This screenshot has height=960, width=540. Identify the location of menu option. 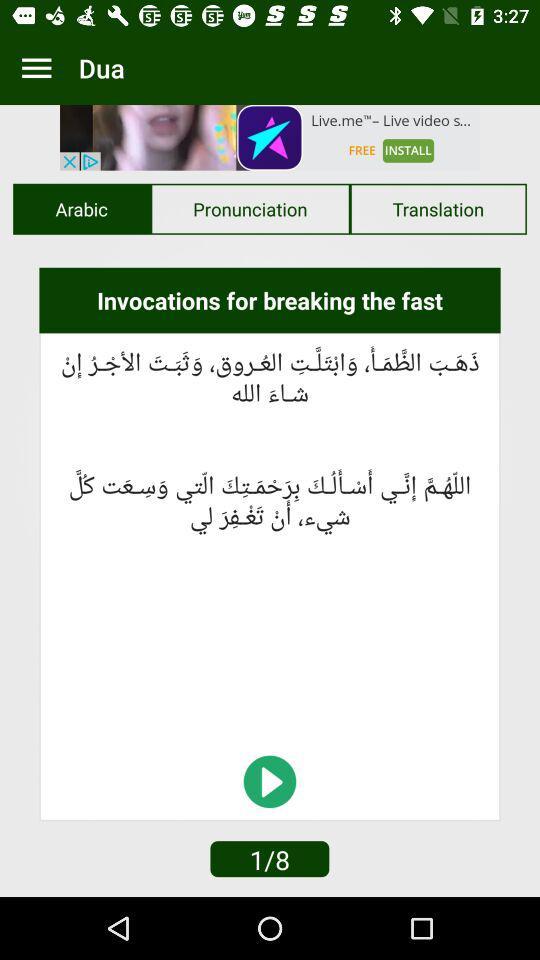
(36, 68).